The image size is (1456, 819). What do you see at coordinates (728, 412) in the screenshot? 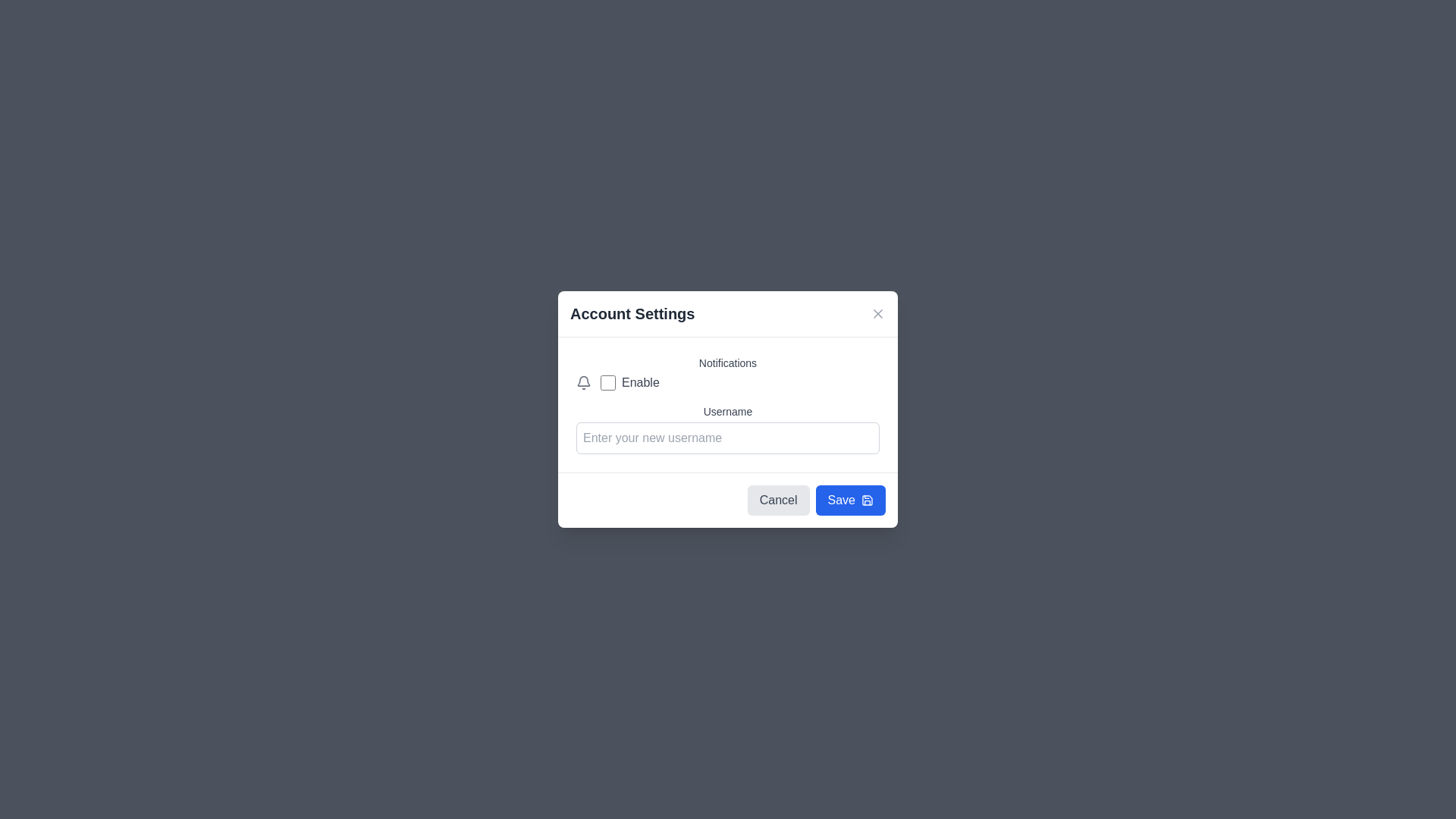
I see `the static text label displaying 'Username' that is located under the 'Account Settings' heading and above the text input field for username` at bounding box center [728, 412].